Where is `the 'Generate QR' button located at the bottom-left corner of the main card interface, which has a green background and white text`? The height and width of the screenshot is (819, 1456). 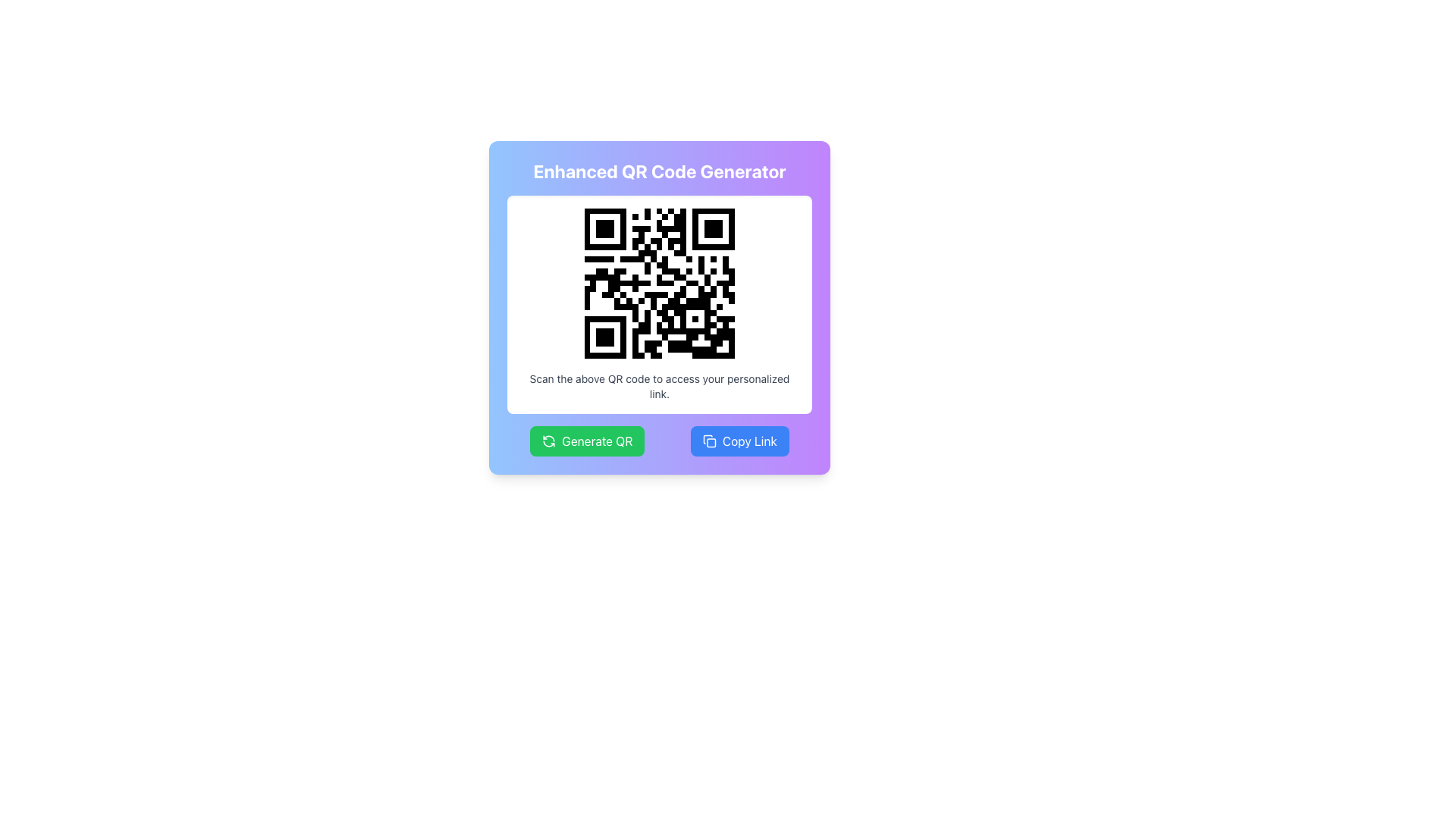 the 'Generate QR' button located at the bottom-left corner of the main card interface, which has a green background and white text is located at coordinates (596, 441).